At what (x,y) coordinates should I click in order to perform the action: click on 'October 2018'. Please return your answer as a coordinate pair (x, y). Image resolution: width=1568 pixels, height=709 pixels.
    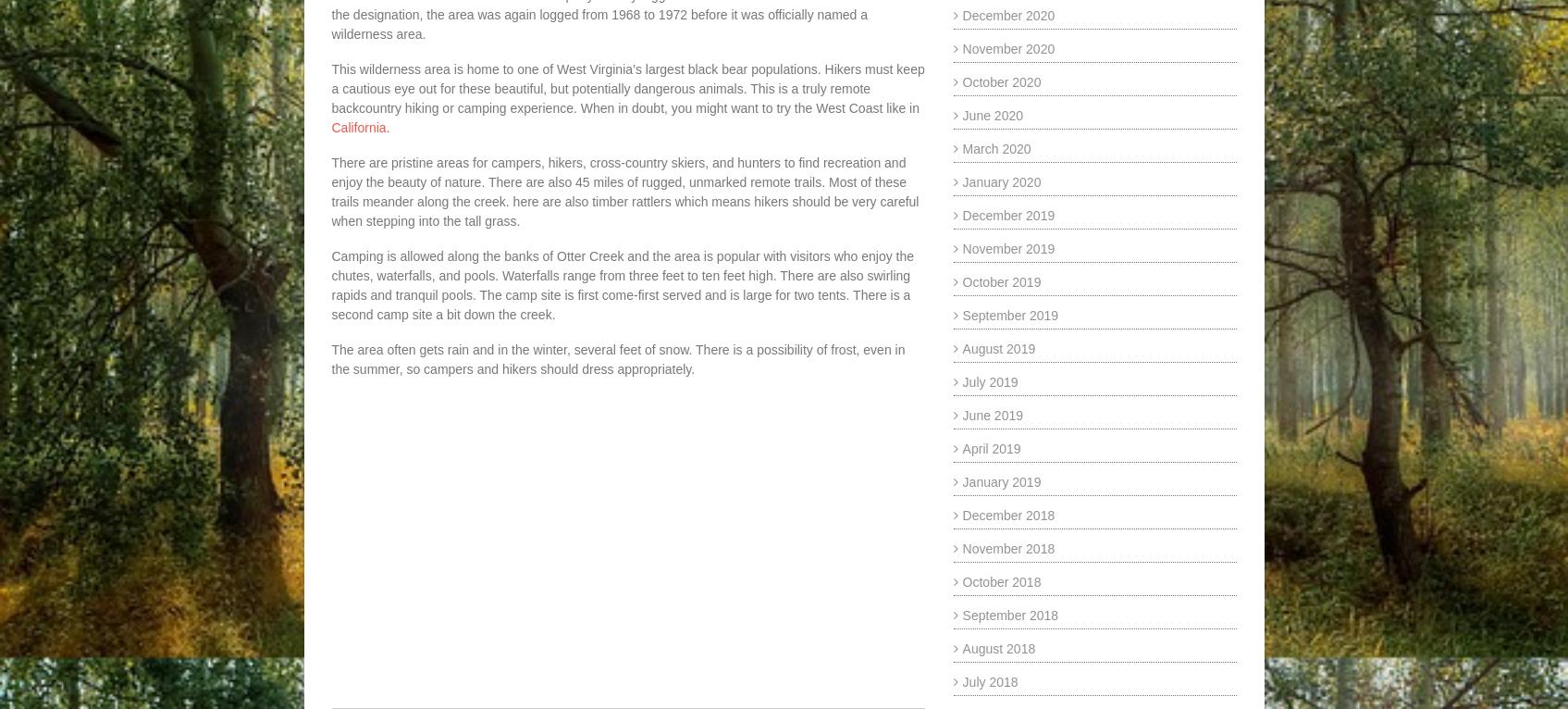
    Looking at the image, I should click on (1001, 580).